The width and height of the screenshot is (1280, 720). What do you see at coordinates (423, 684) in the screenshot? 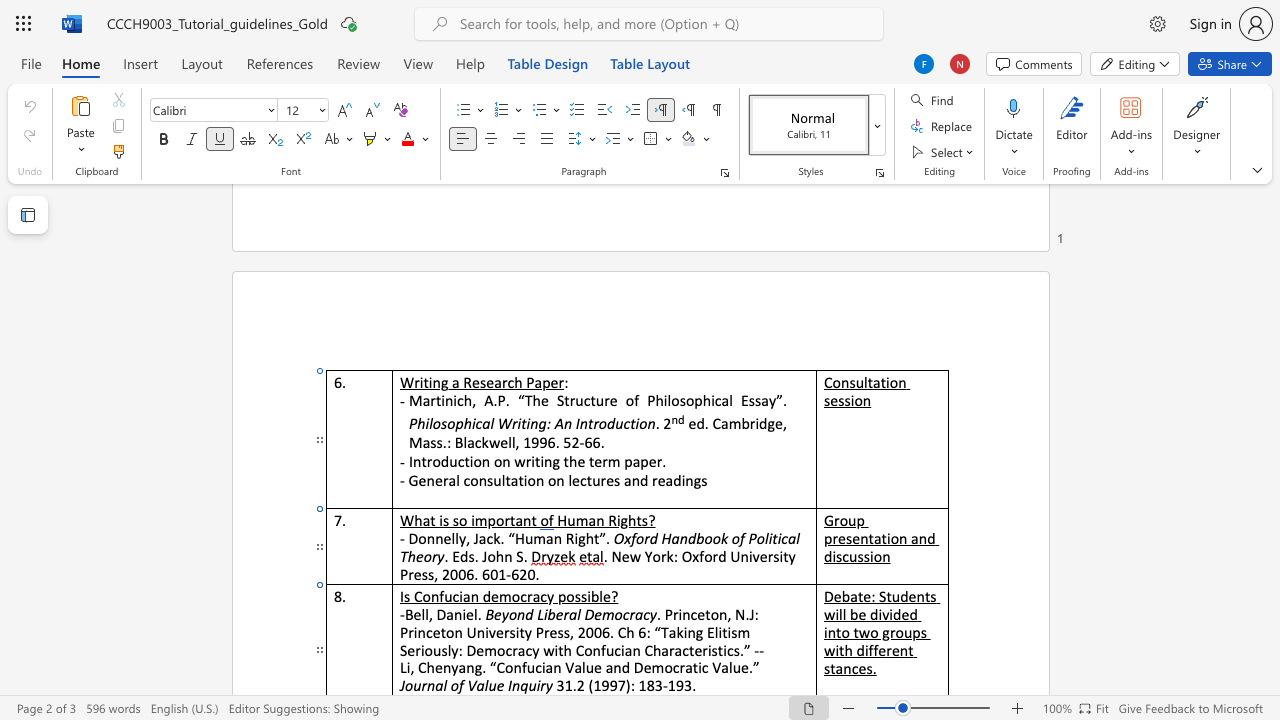
I see `the 1th character "r" in the text` at bounding box center [423, 684].